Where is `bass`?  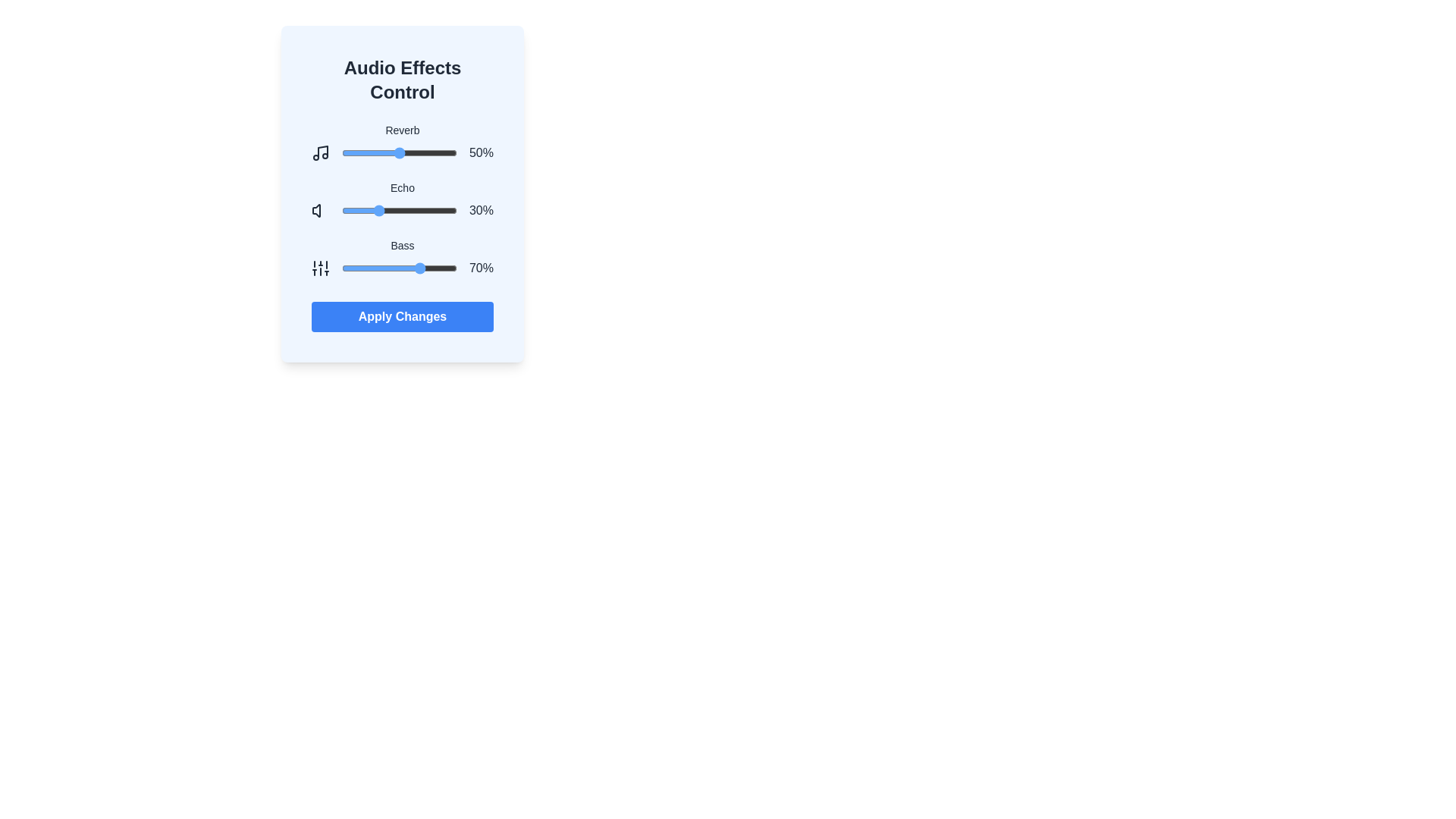 bass is located at coordinates (416, 268).